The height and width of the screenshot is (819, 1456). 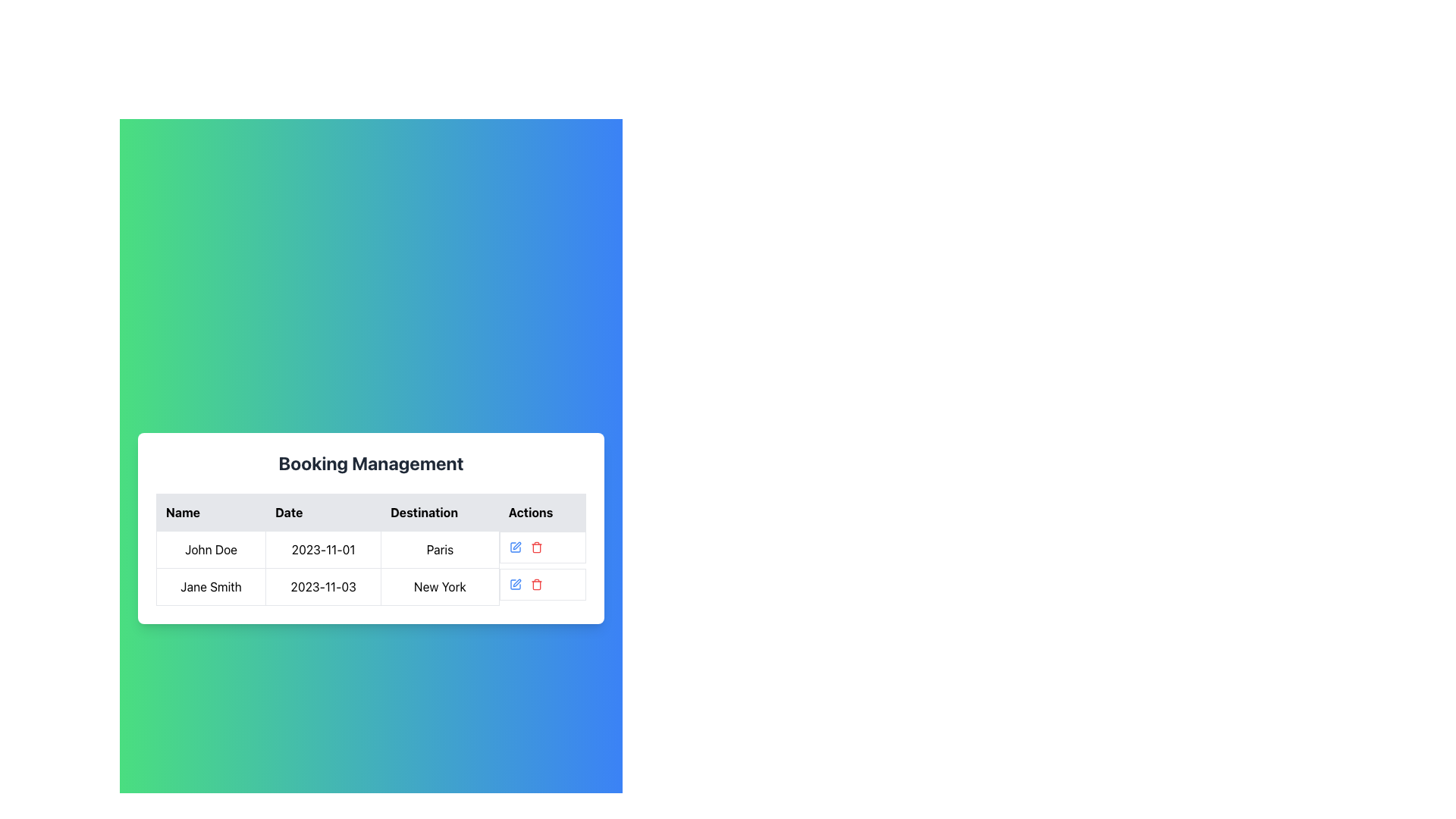 I want to click on the delete button in the Actions column of the table for the entry corresponding to Jane Smith, so click(x=536, y=583).